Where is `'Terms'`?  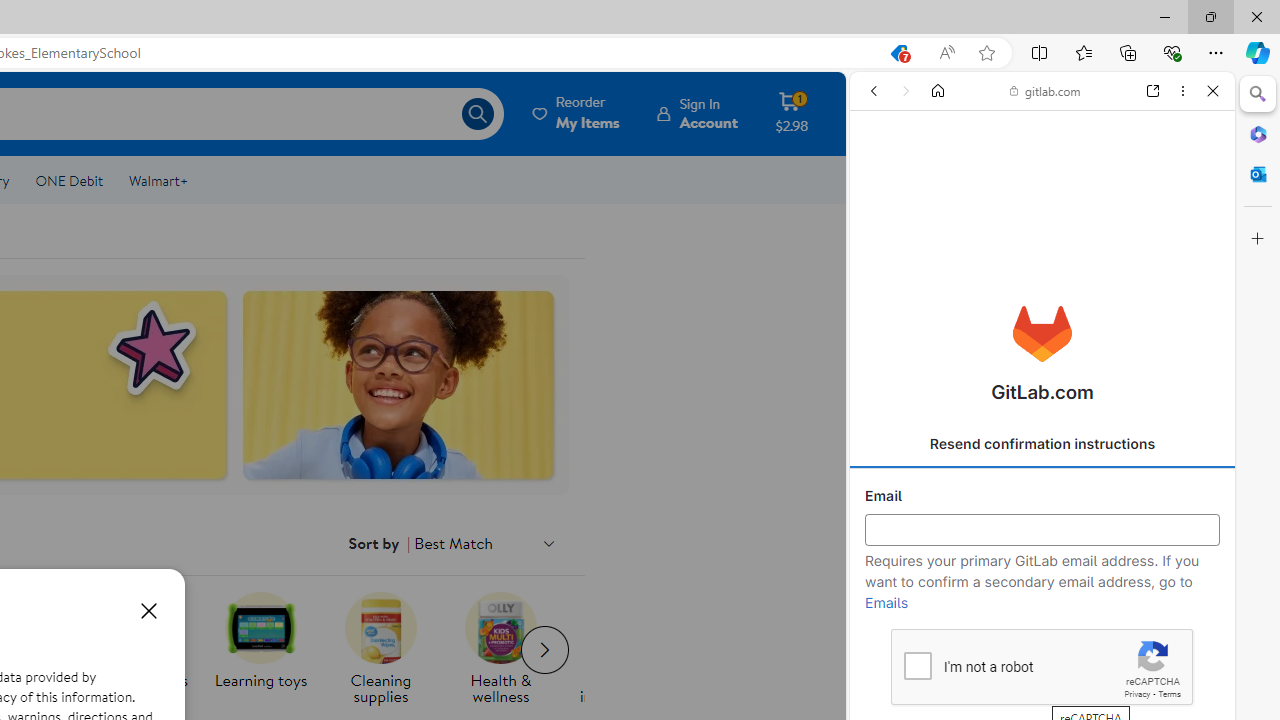 'Terms' is located at coordinates (1169, 693).